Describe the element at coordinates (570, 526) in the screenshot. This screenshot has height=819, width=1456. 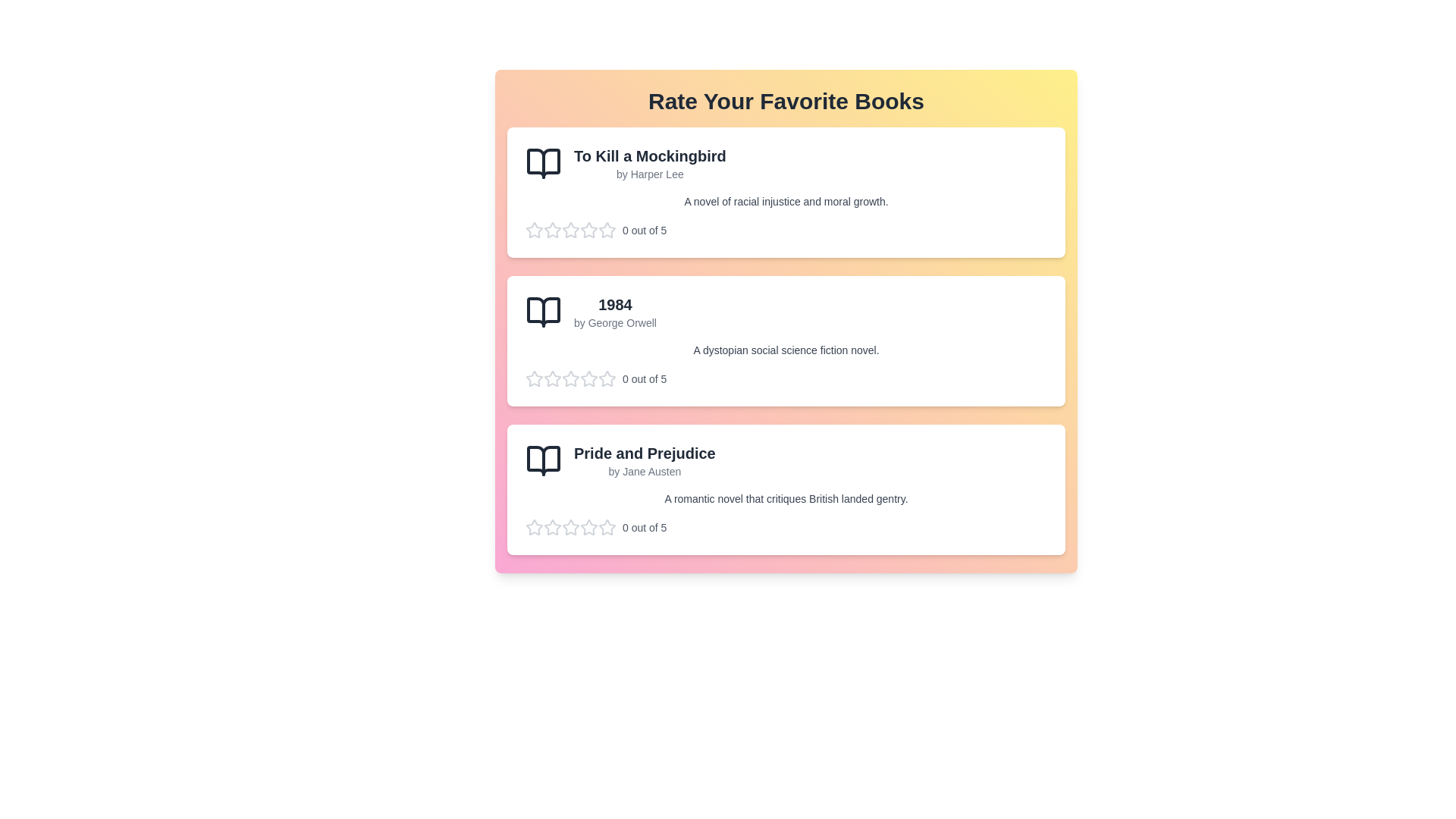
I see `the fourth star icon in the rating system for the book 'Pride and Prejudice', which is located below the title and indicates a rating option` at that location.